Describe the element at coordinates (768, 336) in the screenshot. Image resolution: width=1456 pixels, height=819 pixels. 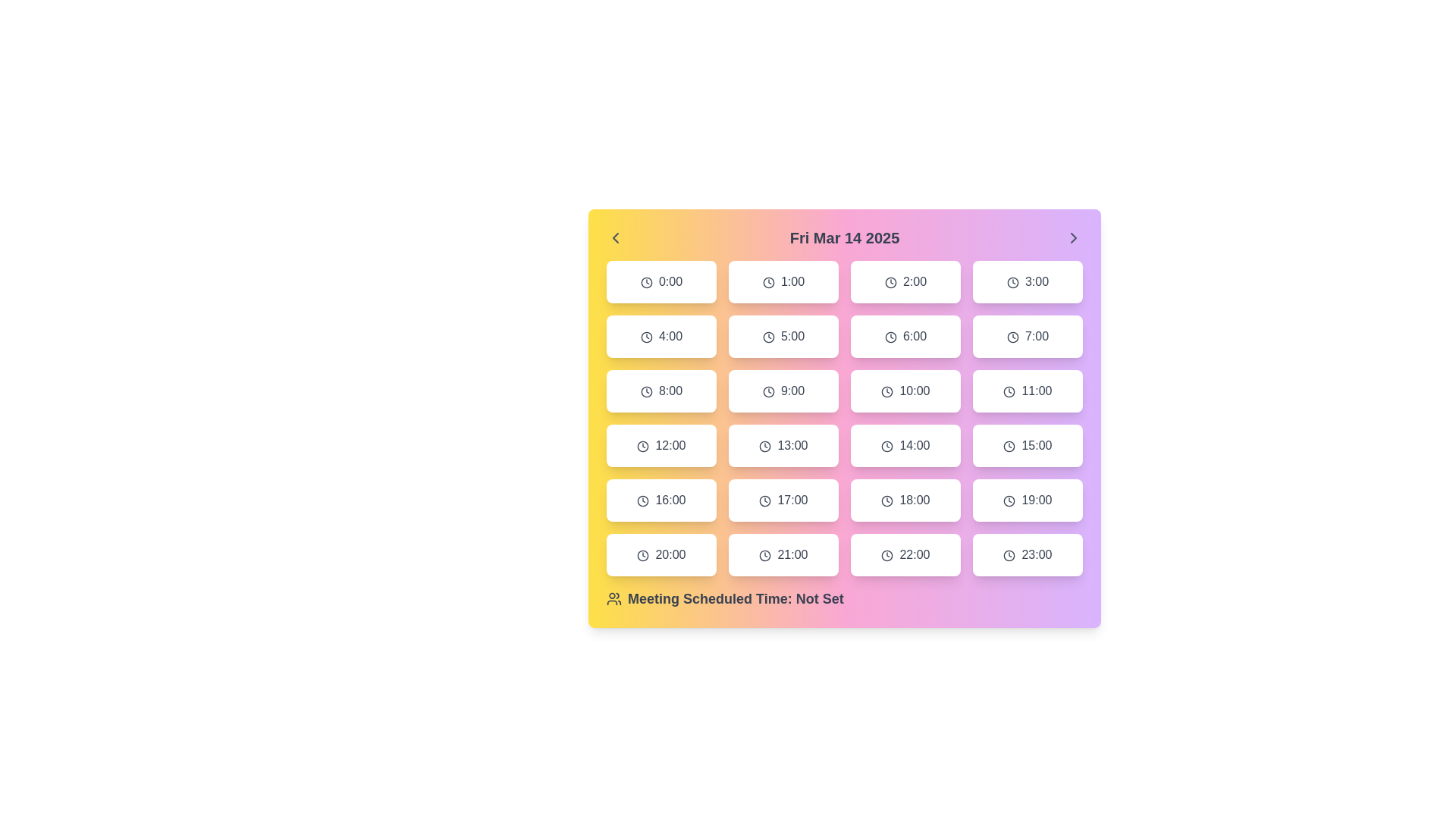
I see `the clock icon located within the card labeled '5:00', positioned to the left of the text content, featuring a circular outline and distinguishable hands` at that location.